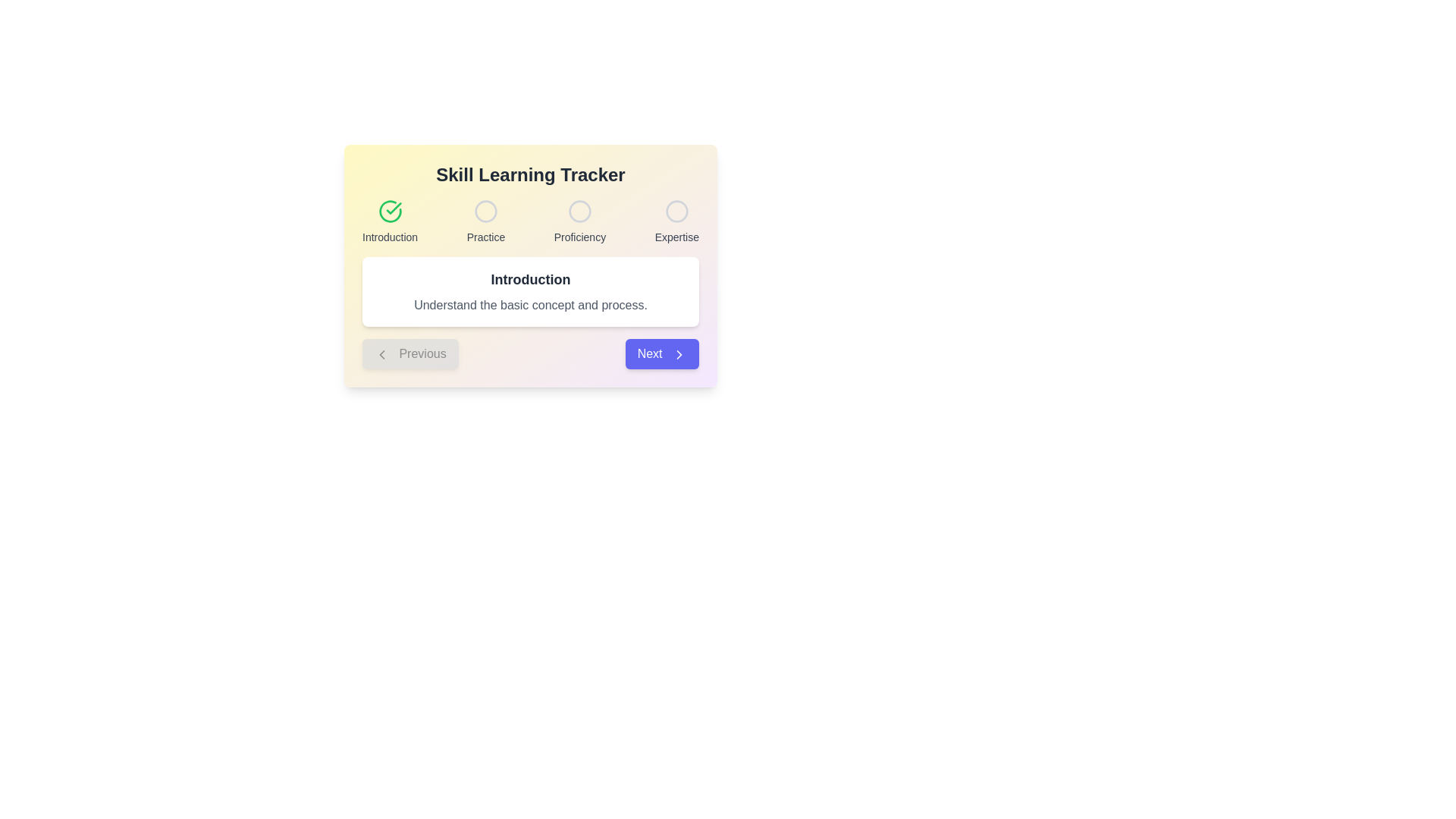 This screenshot has width=1456, height=819. I want to click on the Progress indicator, which is a circular icon with a gray outline located under the label 'Proficiency', so click(579, 211).